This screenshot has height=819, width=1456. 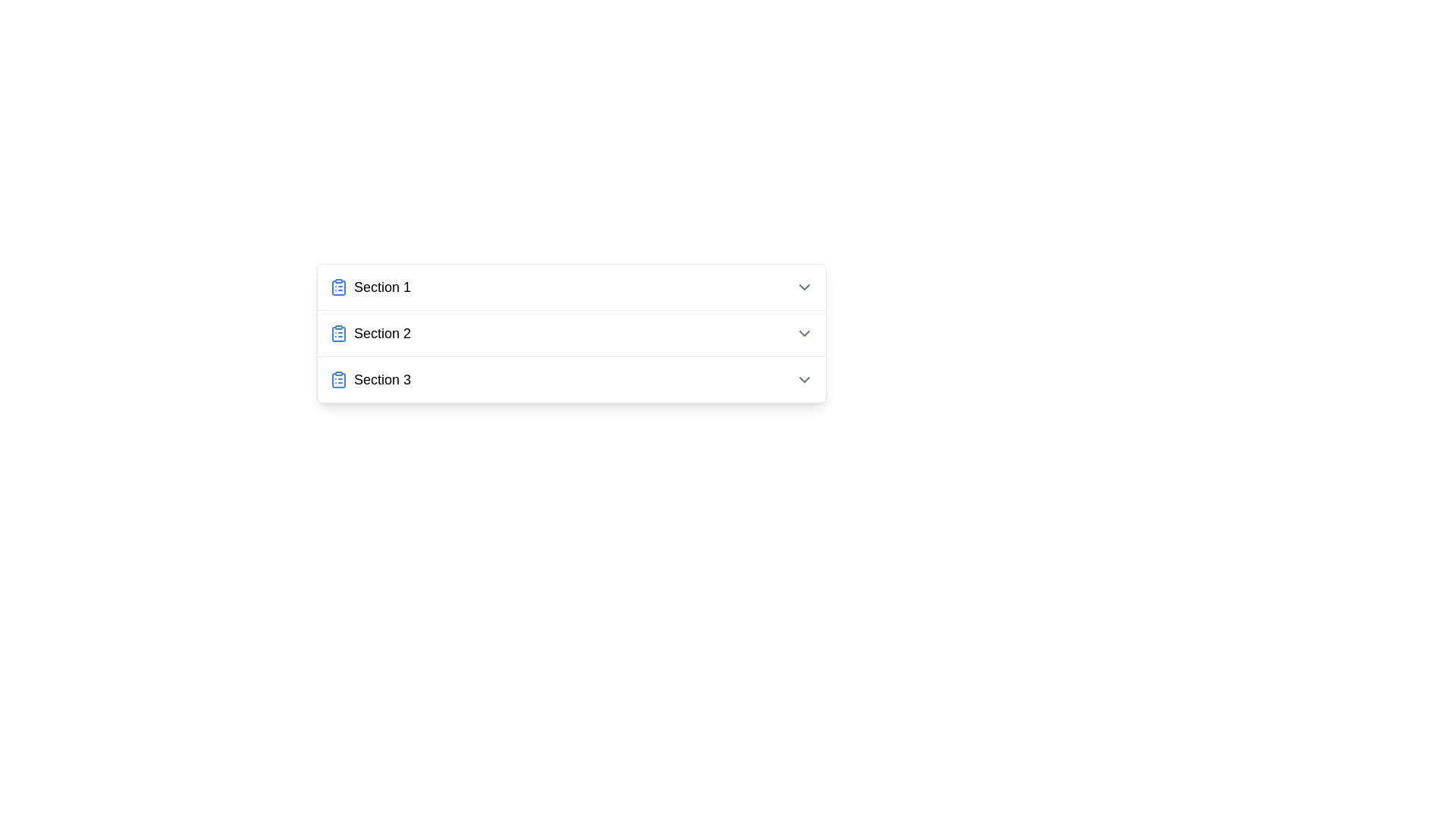 What do you see at coordinates (370, 332) in the screenshot?
I see `the labeled menu item located beneath 'Section 1' and above 'Section 3'` at bounding box center [370, 332].